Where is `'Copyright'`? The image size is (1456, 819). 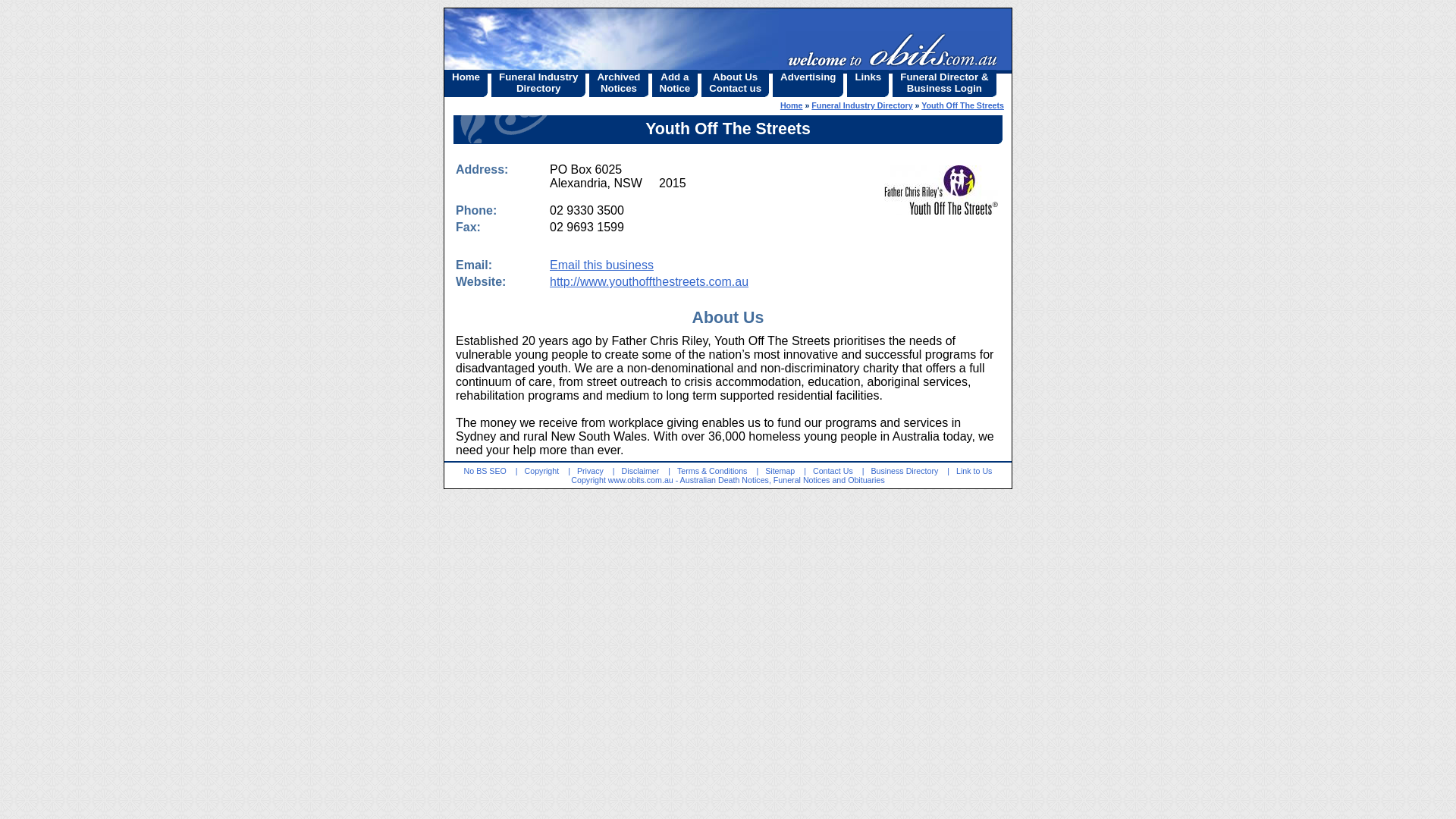 'Copyright' is located at coordinates (542, 470).